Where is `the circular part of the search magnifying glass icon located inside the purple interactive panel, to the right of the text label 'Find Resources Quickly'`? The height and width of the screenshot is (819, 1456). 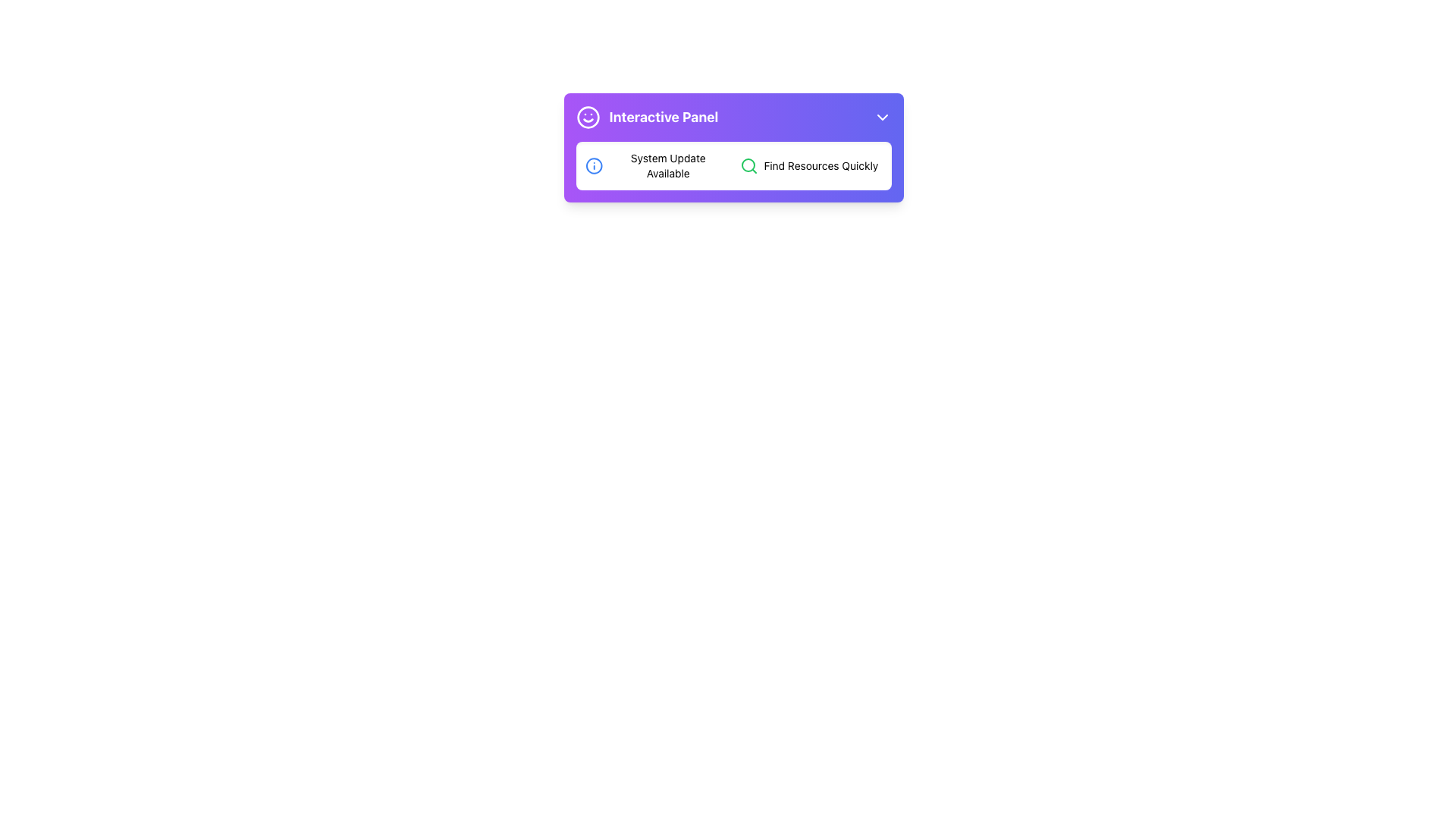 the circular part of the search magnifying glass icon located inside the purple interactive panel, to the right of the text label 'Find Resources Quickly' is located at coordinates (748, 165).